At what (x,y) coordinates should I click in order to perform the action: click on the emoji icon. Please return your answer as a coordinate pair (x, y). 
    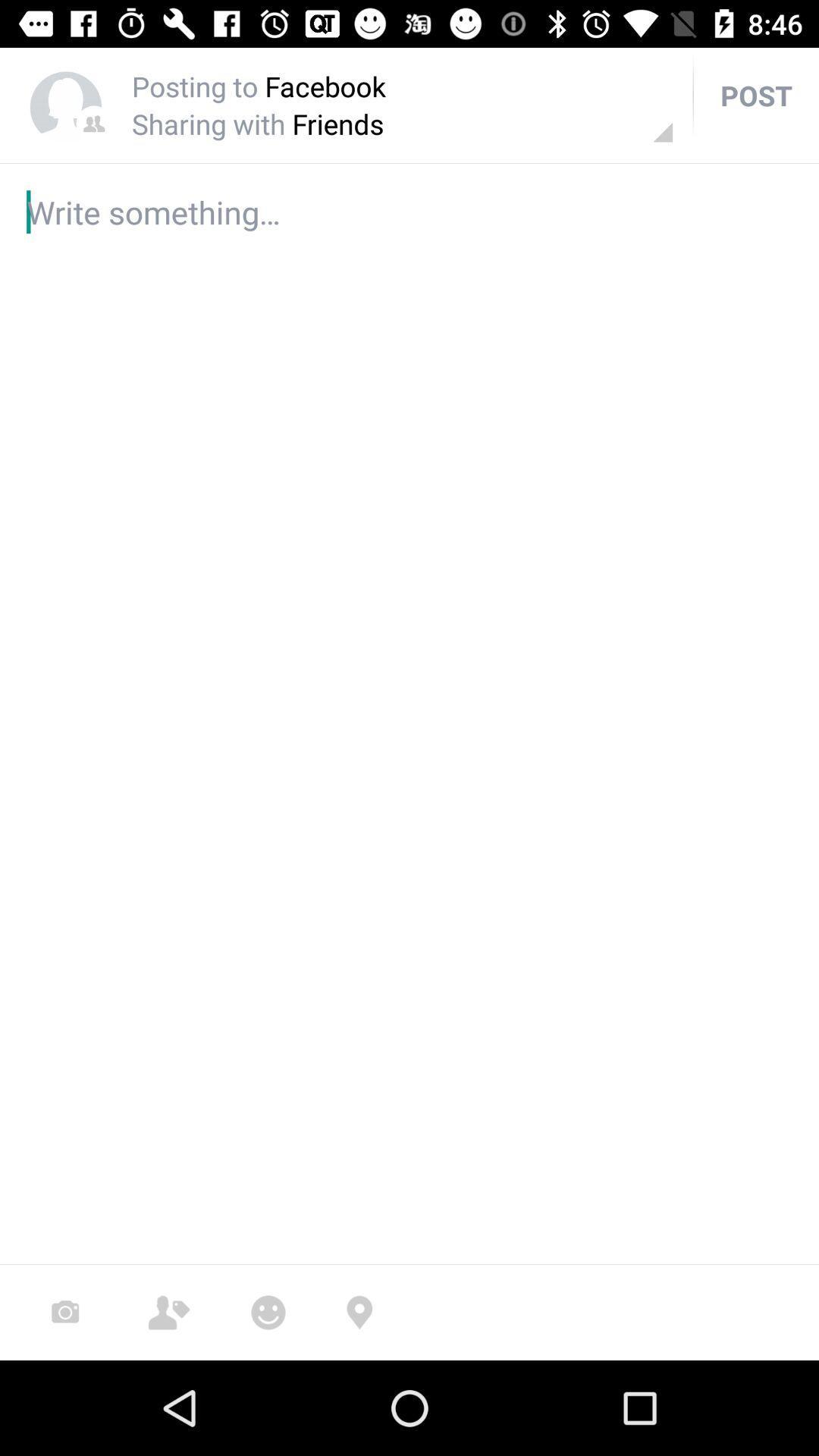
    Looking at the image, I should click on (268, 1312).